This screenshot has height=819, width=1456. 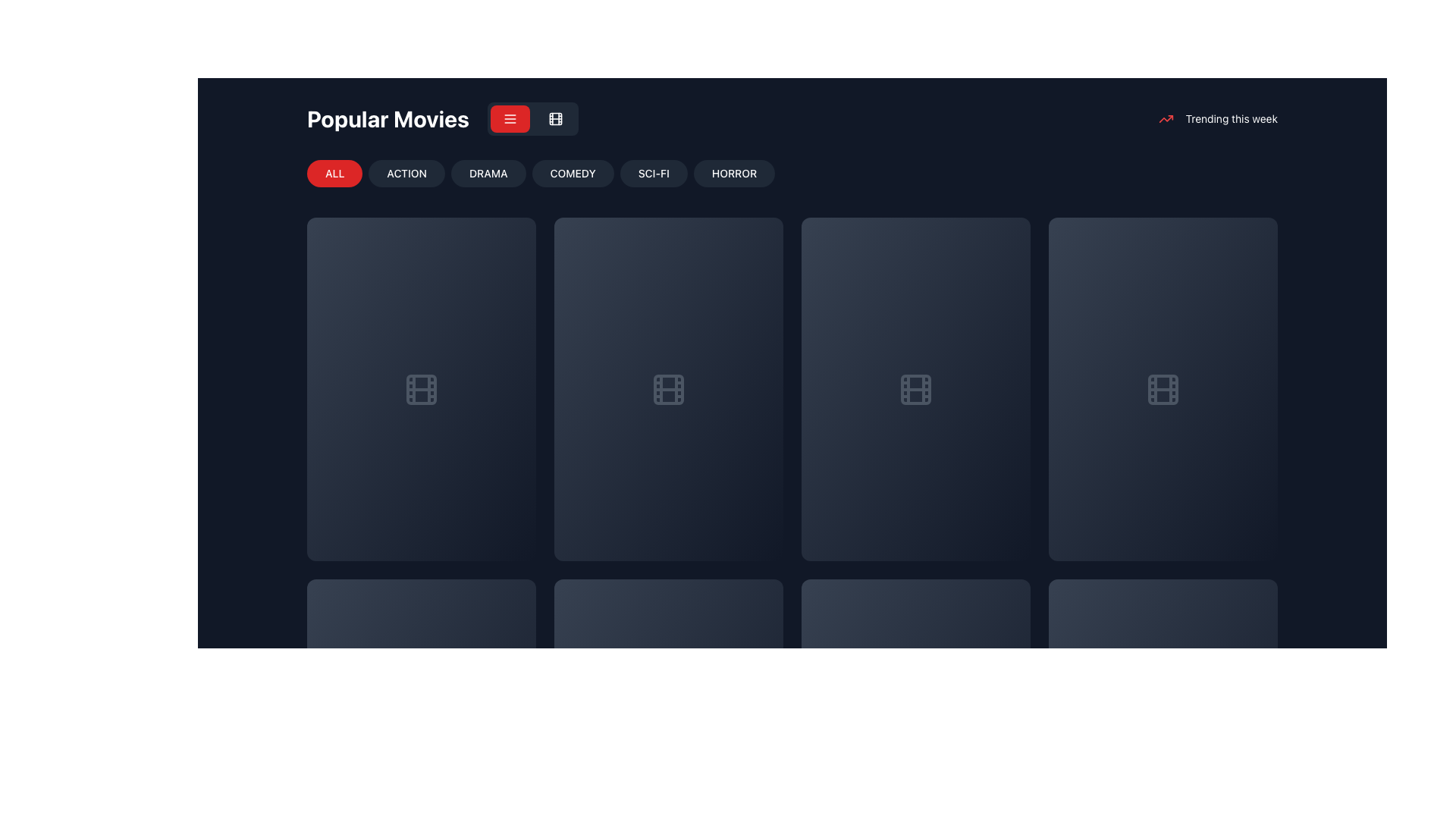 What do you see at coordinates (654, 172) in the screenshot?
I see `the 'SCI-FI' button located under the 'Popular Movies' header` at bounding box center [654, 172].